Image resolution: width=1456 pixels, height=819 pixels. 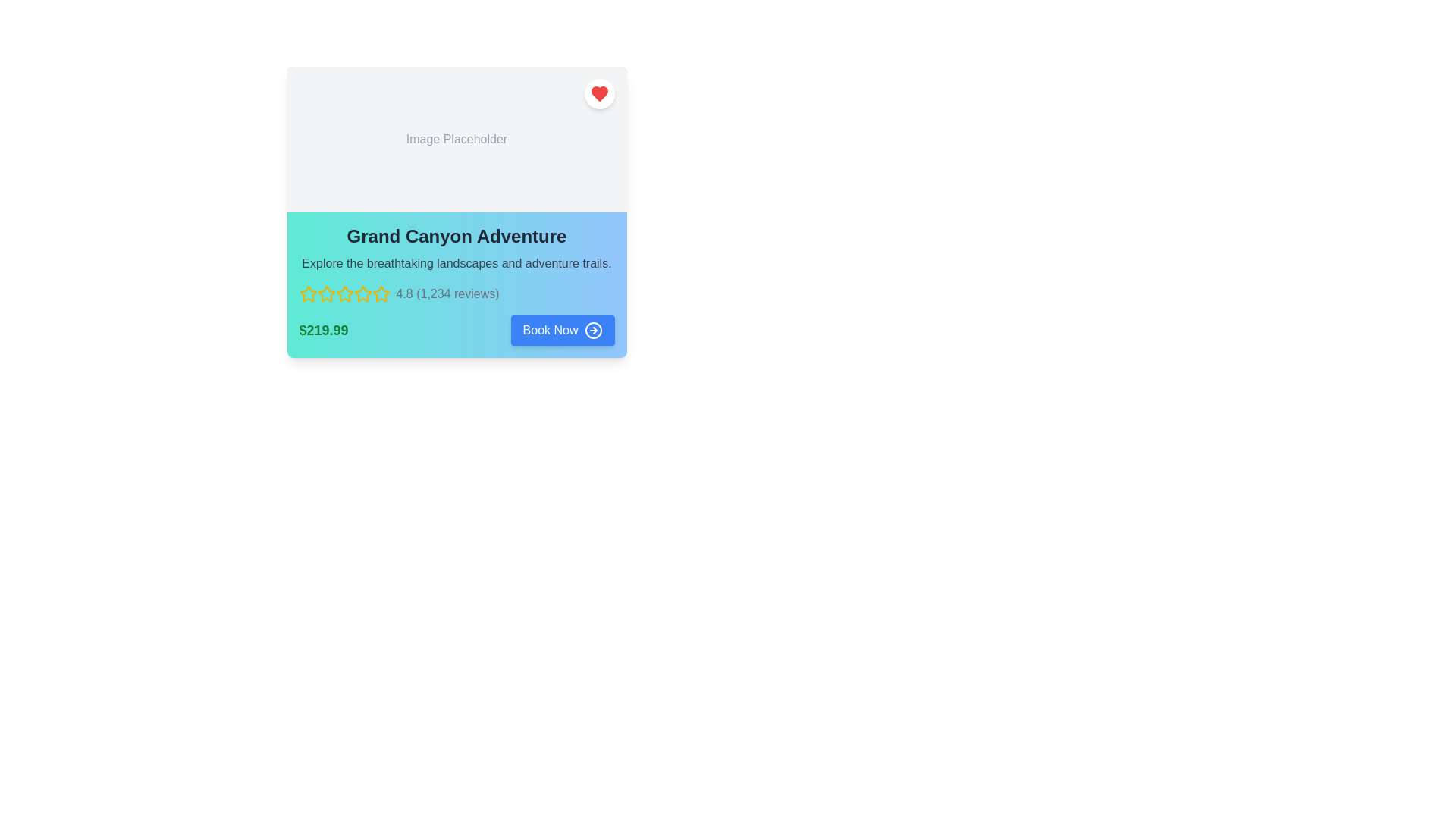 What do you see at coordinates (447, 294) in the screenshot?
I see `rating value from the text label displaying '4.8 (1,234 reviews)' positioned to the right of the yellow star icons in the bottom section of the card interface` at bounding box center [447, 294].